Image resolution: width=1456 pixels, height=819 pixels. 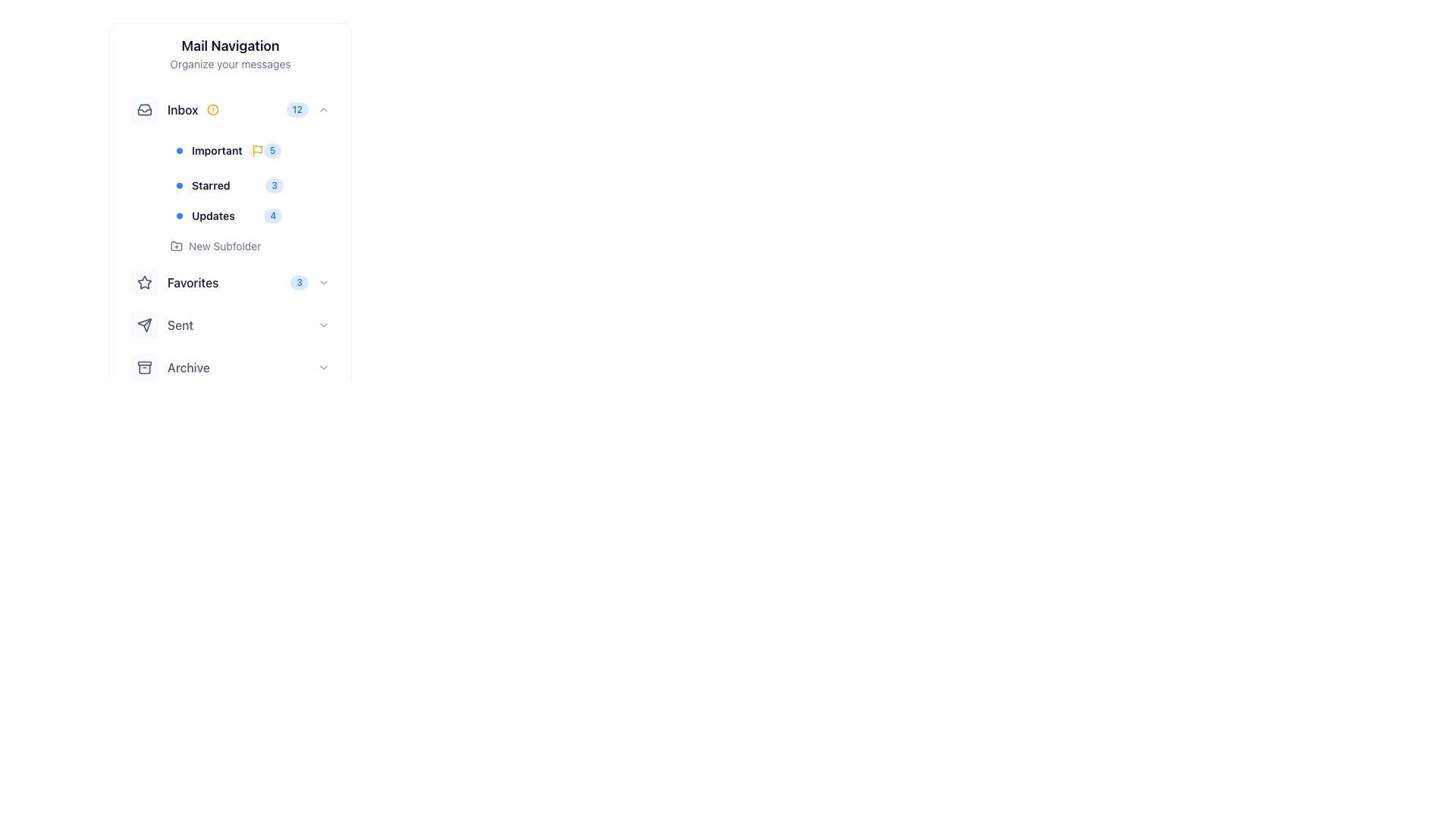 I want to click on the 'Favorites' text label in the sidebar menu, which serves as a label for the navigation category and is positioned to the right of a star icon, so click(x=192, y=283).